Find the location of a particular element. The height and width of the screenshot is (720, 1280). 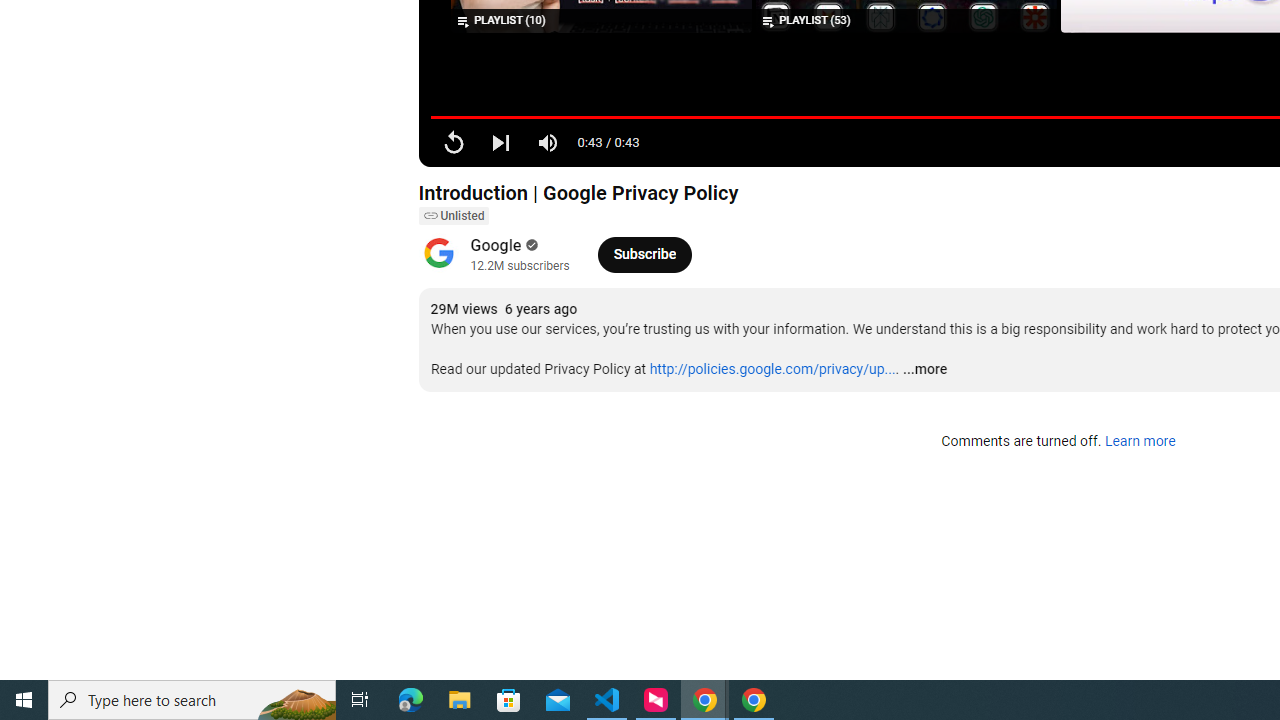

'...more' is located at coordinates (923, 370).